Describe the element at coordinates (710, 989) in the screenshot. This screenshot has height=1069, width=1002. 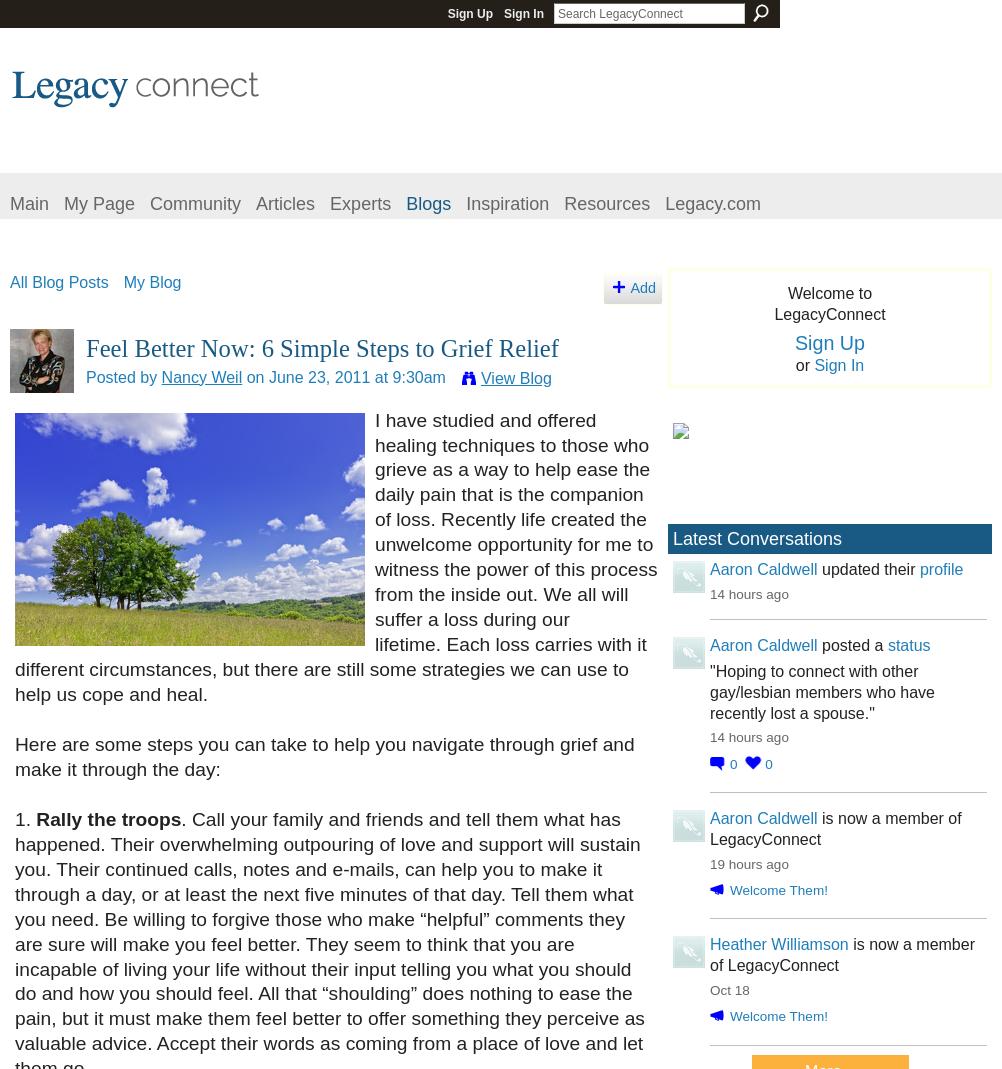
I see `'Oct 18'` at that location.